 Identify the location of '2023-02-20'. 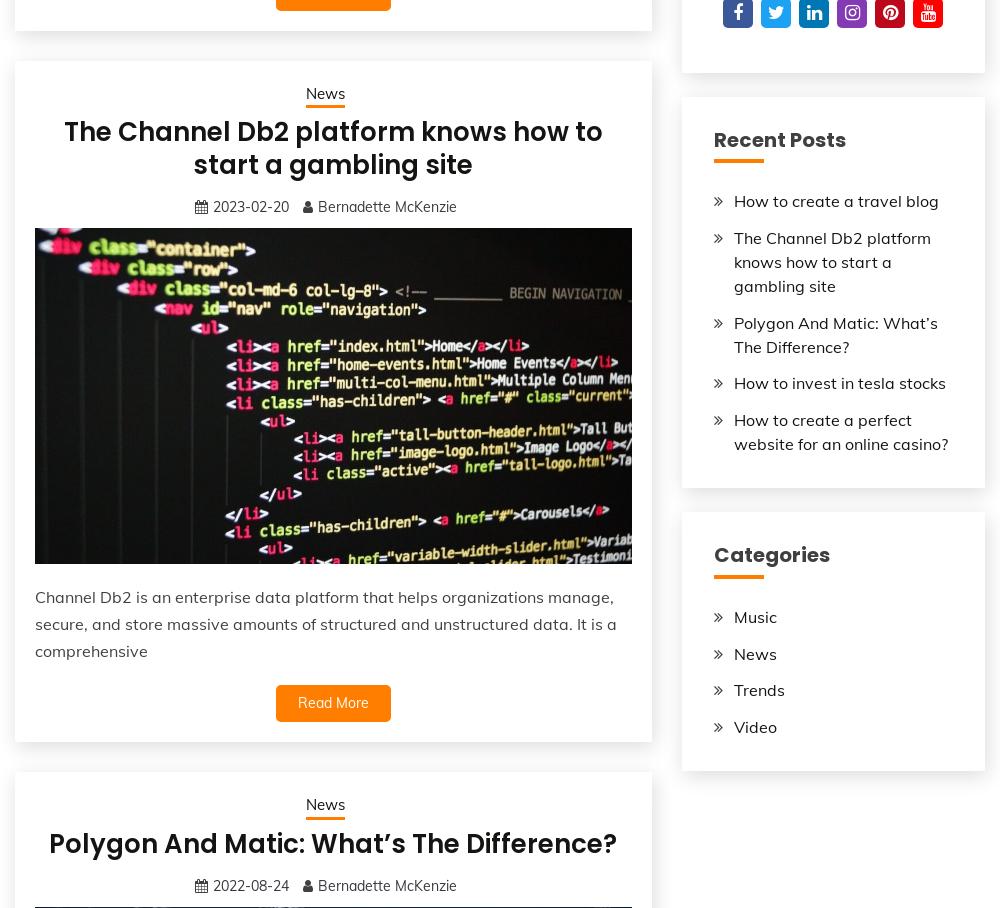
(251, 207).